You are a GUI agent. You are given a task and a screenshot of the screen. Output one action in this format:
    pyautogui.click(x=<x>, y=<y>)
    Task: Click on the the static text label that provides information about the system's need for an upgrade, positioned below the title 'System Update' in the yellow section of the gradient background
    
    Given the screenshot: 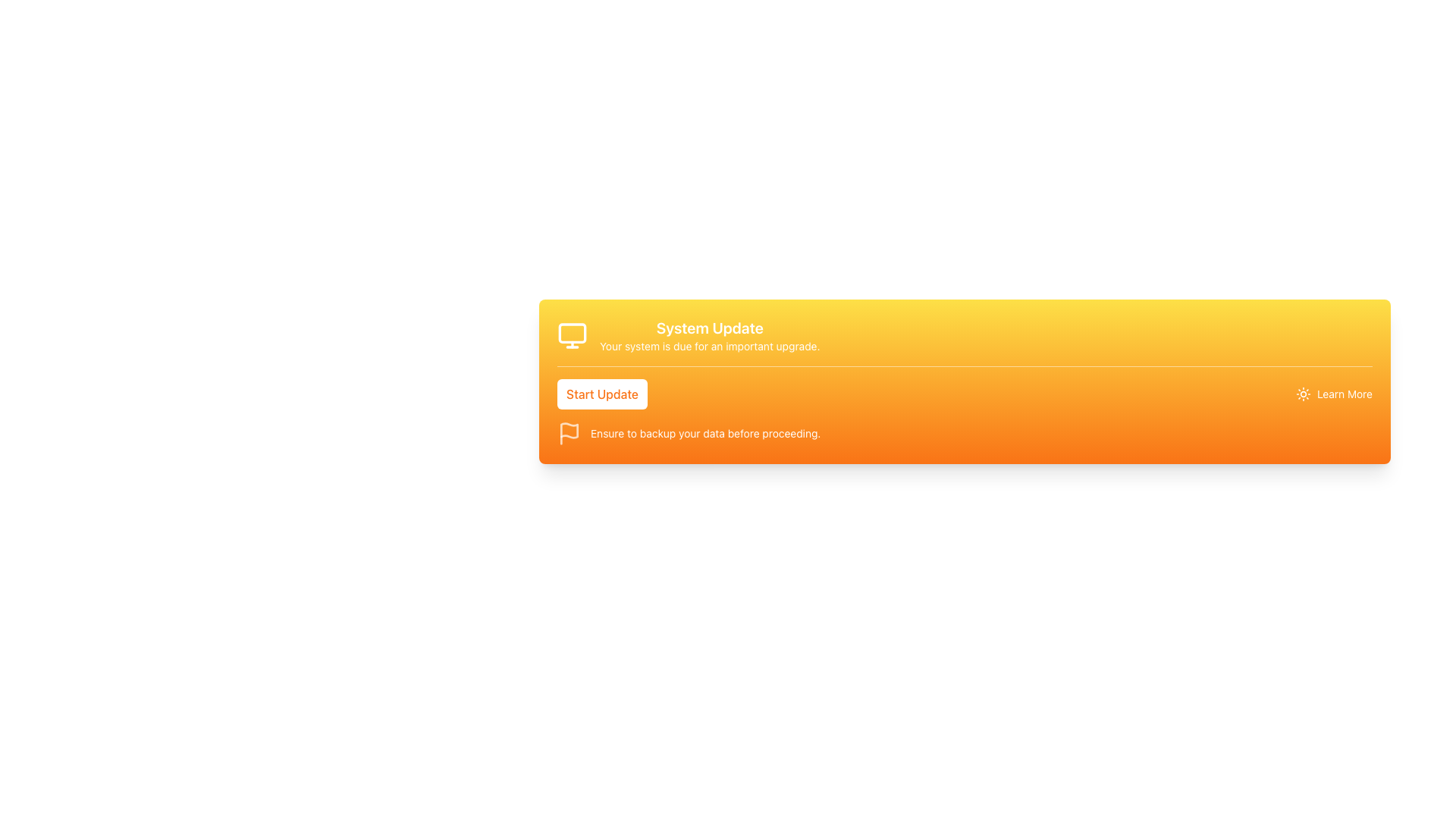 What is the action you would take?
    pyautogui.click(x=709, y=346)
    